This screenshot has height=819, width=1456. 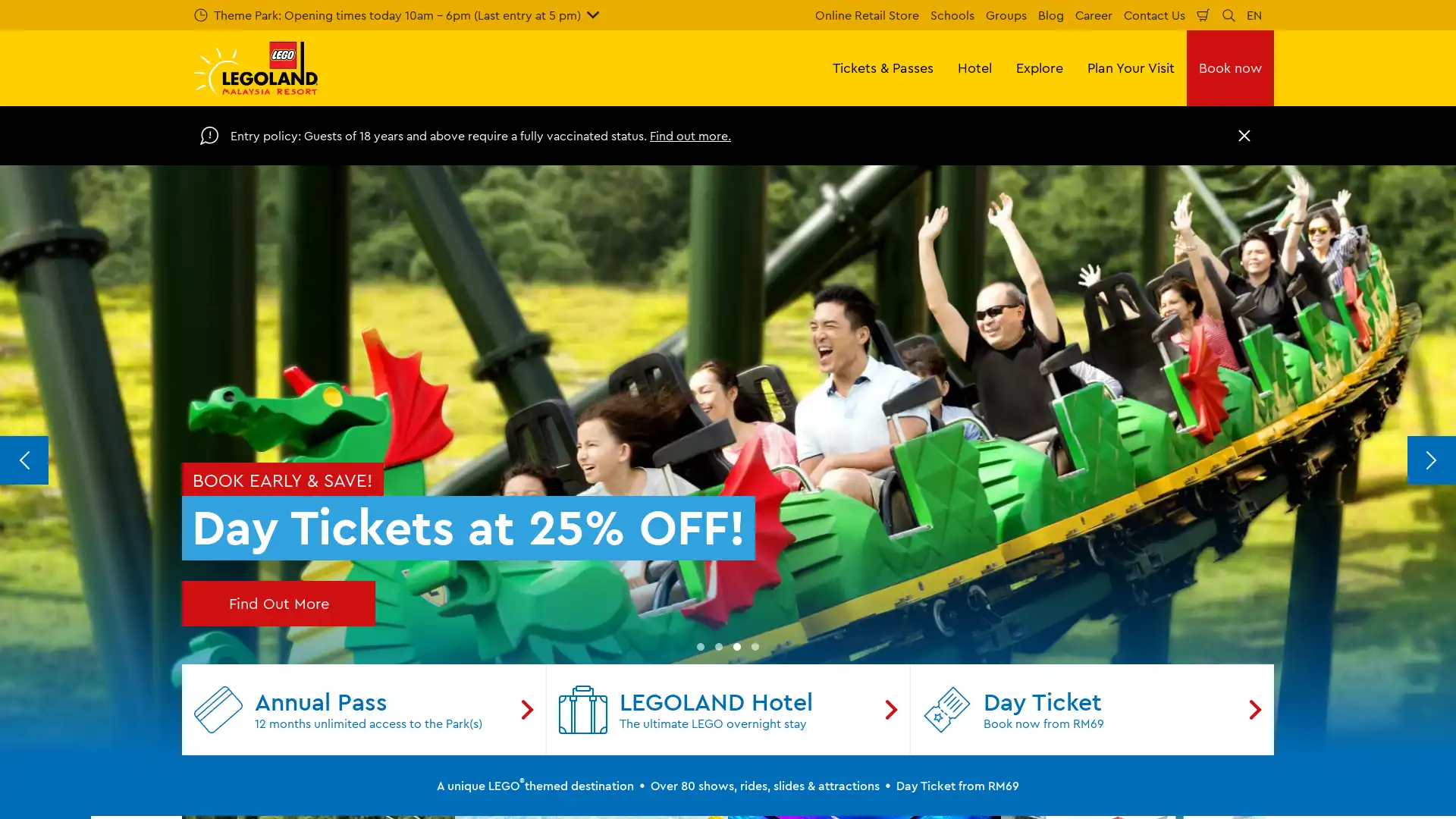 I want to click on Hotel, so click(x=974, y=67).